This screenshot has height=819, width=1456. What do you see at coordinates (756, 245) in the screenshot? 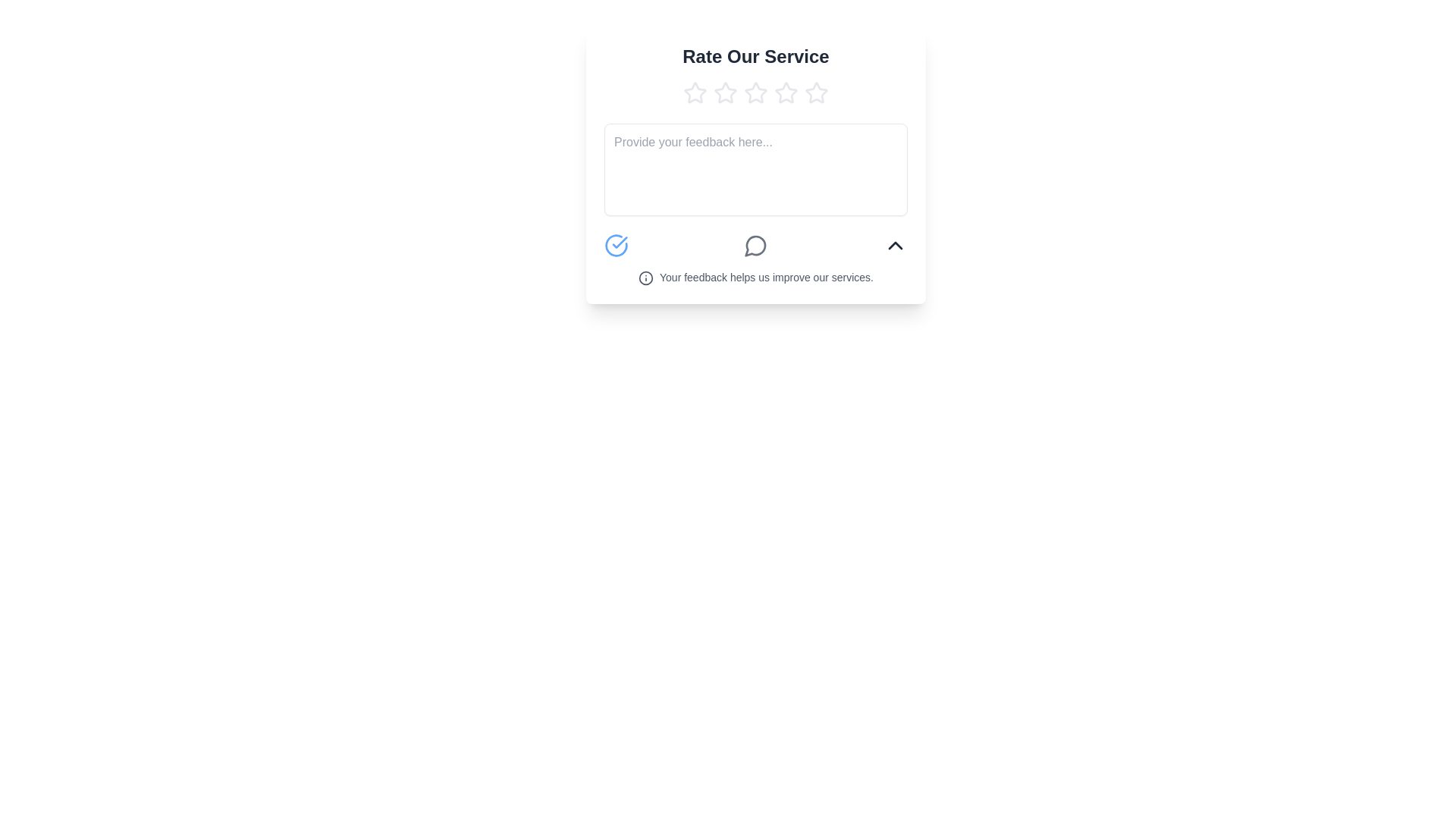
I see `the speech bubble icon, which is gray and located in the user feedback interface, positioned between a checkmark icon and a downward arrow icon` at bounding box center [756, 245].